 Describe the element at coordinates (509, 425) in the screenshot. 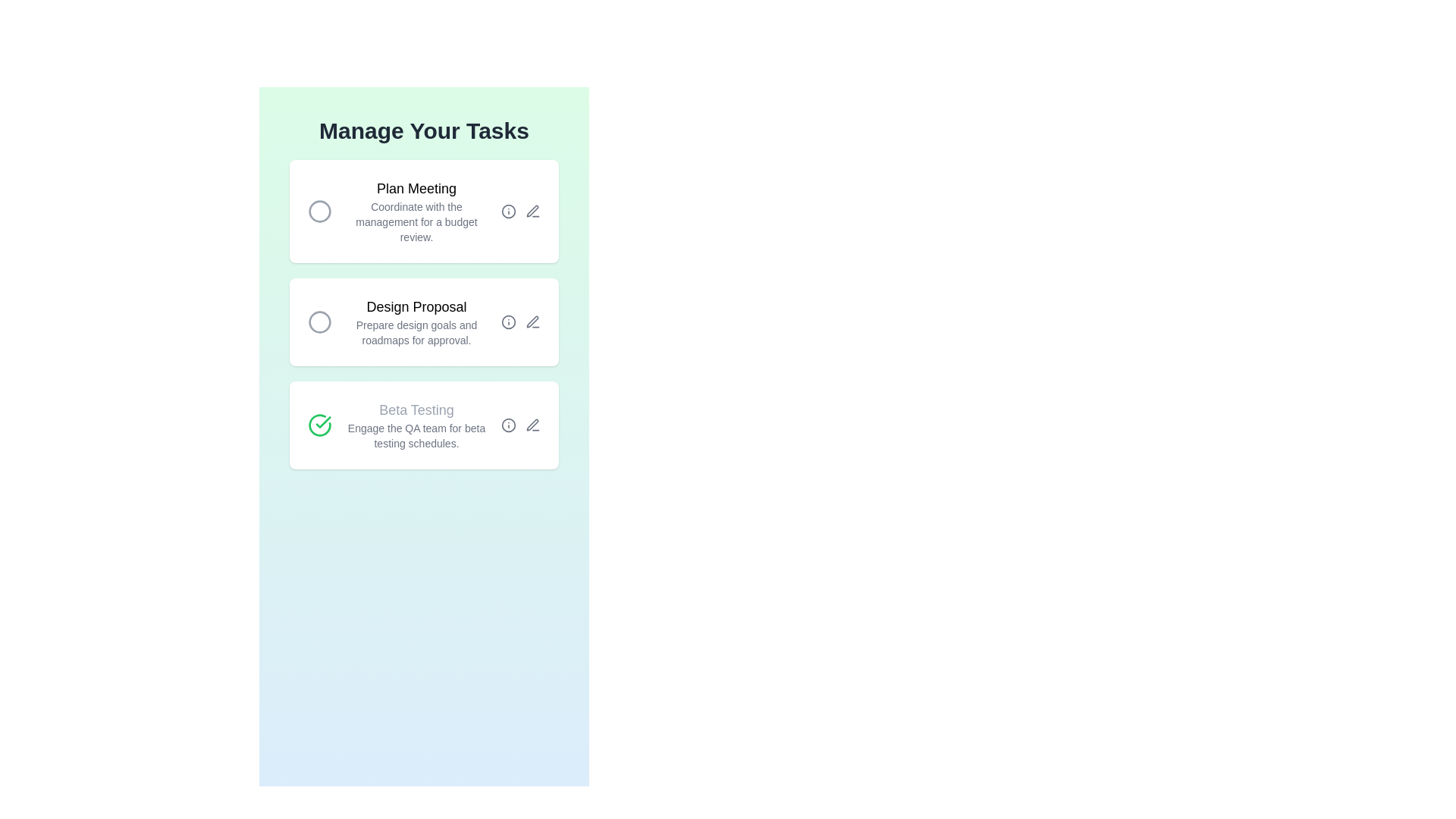

I see `the 'More information' icon for the task 'Beta Testing'` at that location.